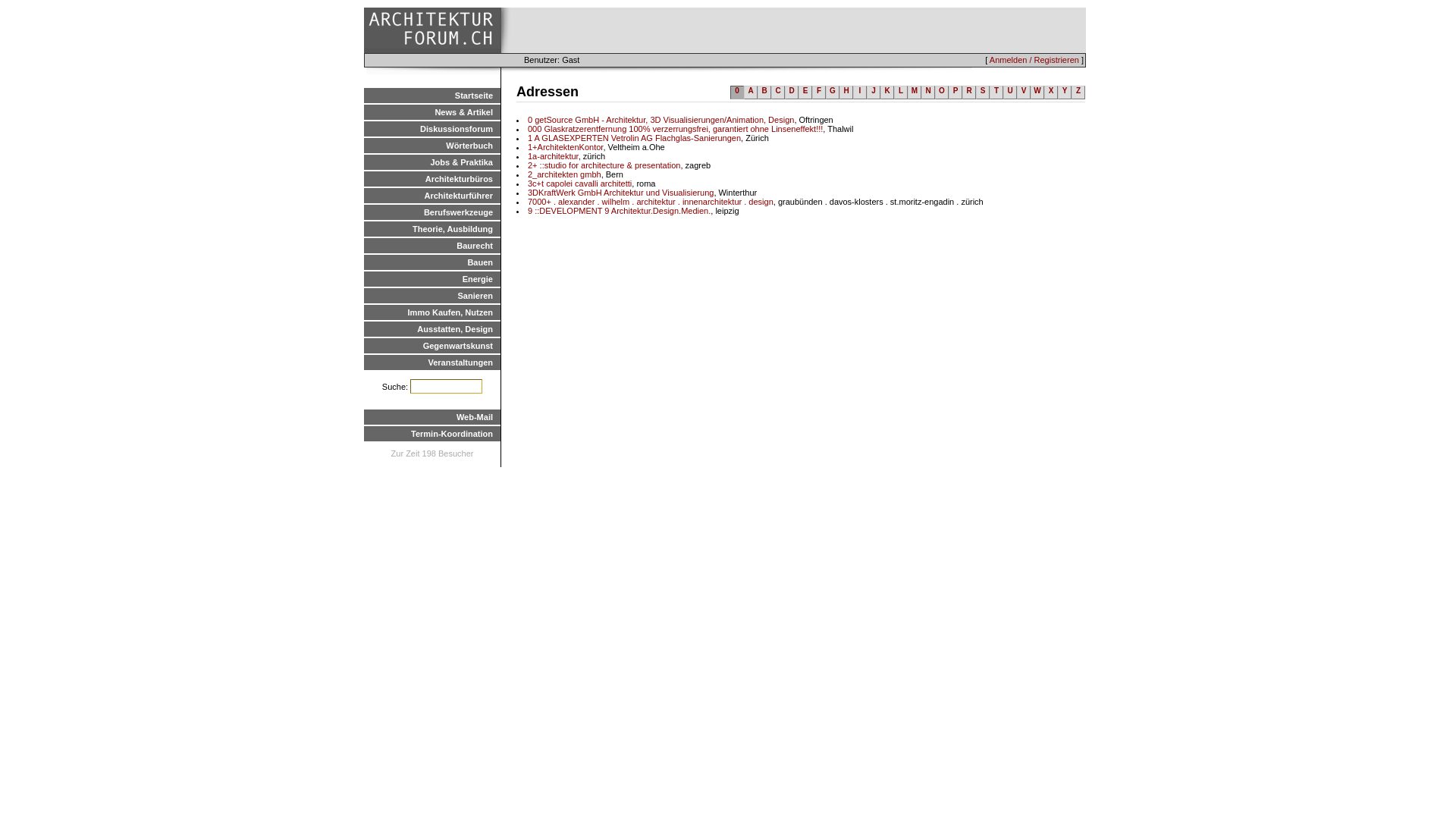  I want to click on 'News & Artikel', so click(431, 111).